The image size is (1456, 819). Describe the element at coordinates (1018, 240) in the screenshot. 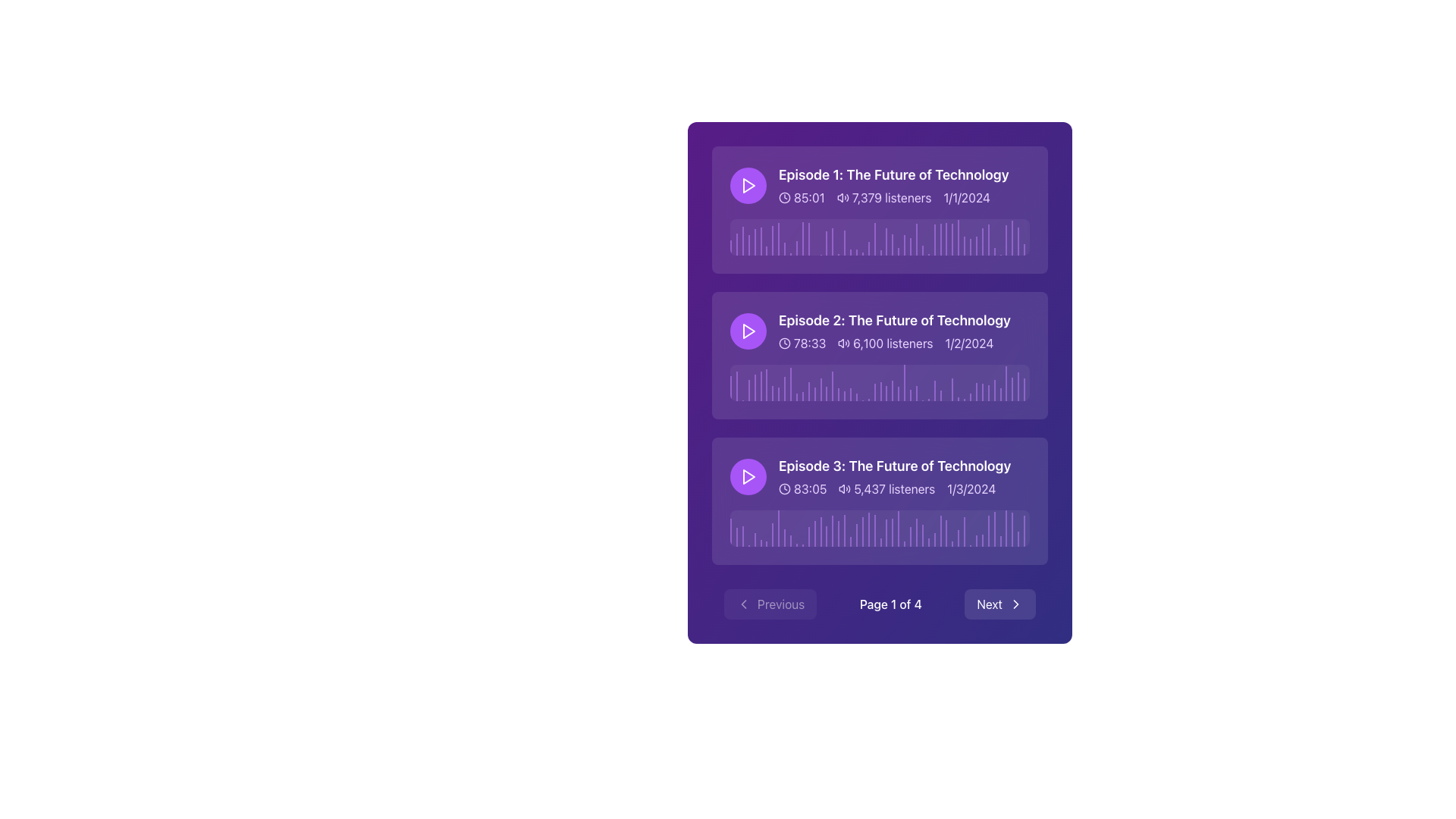

I see `the 49th vertical Progress Indicator bar in the waveform to jump to a specific point` at that location.